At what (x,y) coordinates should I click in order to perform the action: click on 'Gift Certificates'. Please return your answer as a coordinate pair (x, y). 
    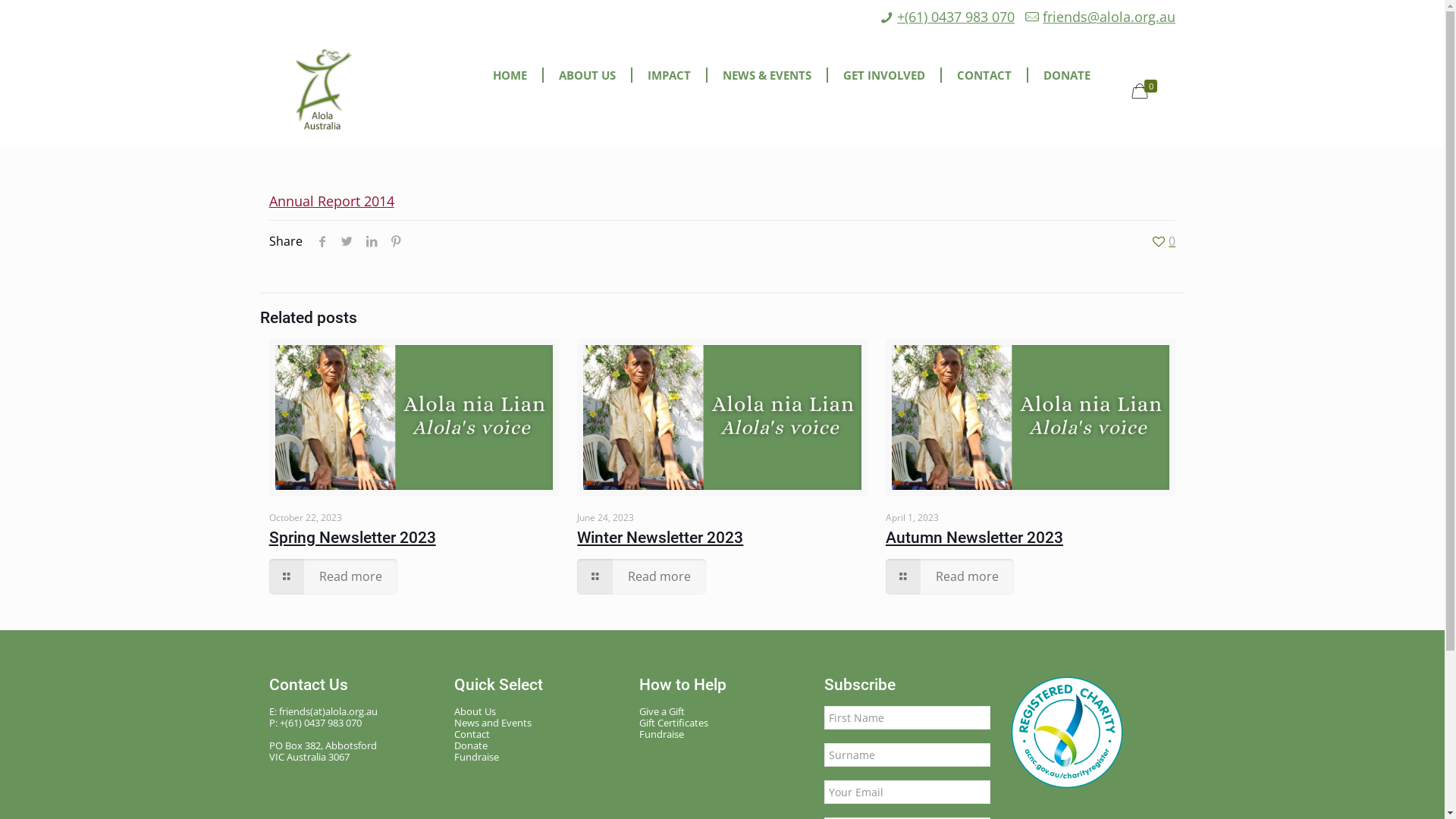
    Looking at the image, I should click on (639, 722).